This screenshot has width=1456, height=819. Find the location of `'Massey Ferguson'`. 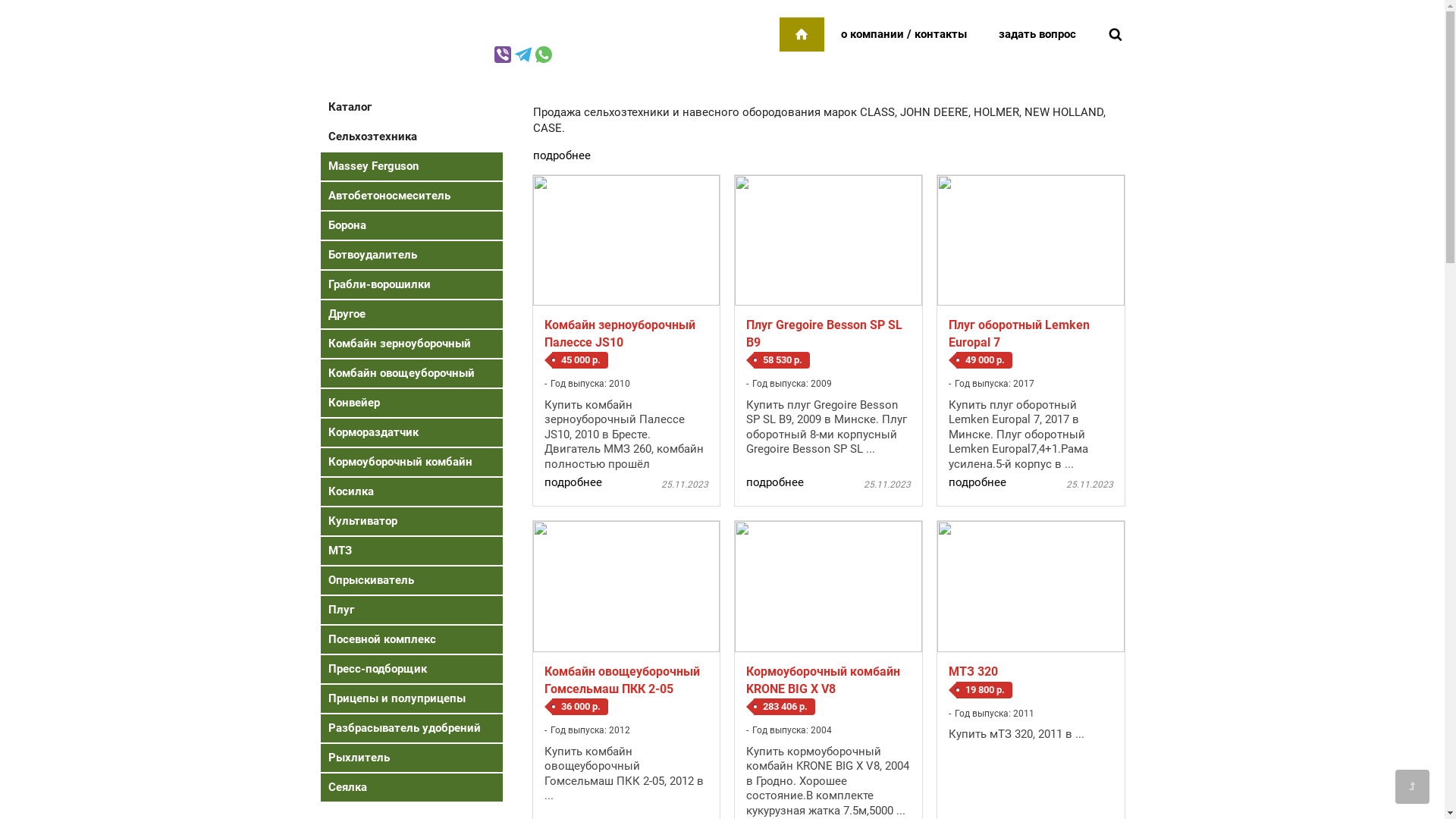

'Massey Ferguson' is located at coordinates (411, 166).